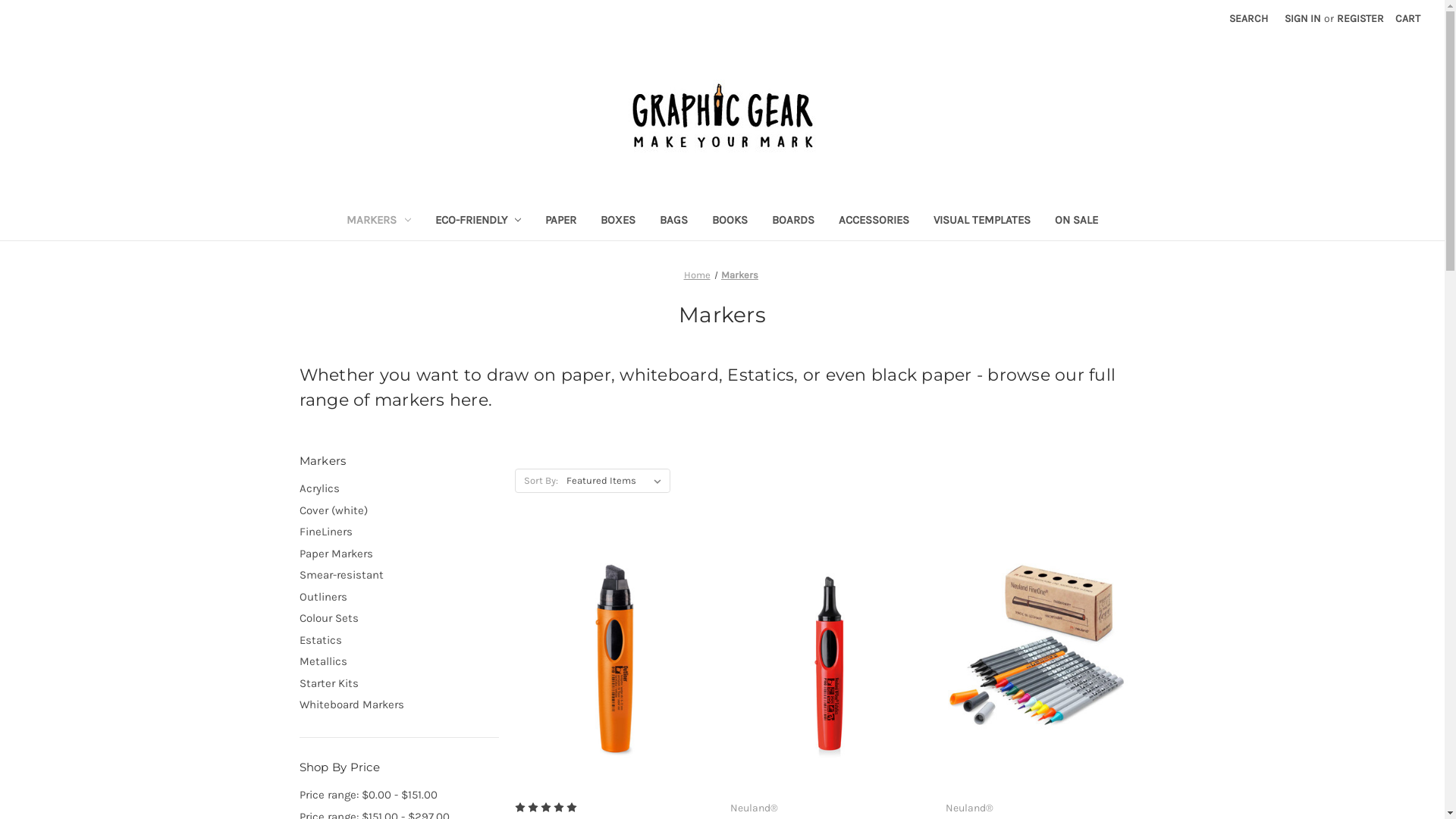 The image size is (1456, 819). What do you see at coordinates (398, 575) in the screenshot?
I see `'Smear-resistant'` at bounding box center [398, 575].